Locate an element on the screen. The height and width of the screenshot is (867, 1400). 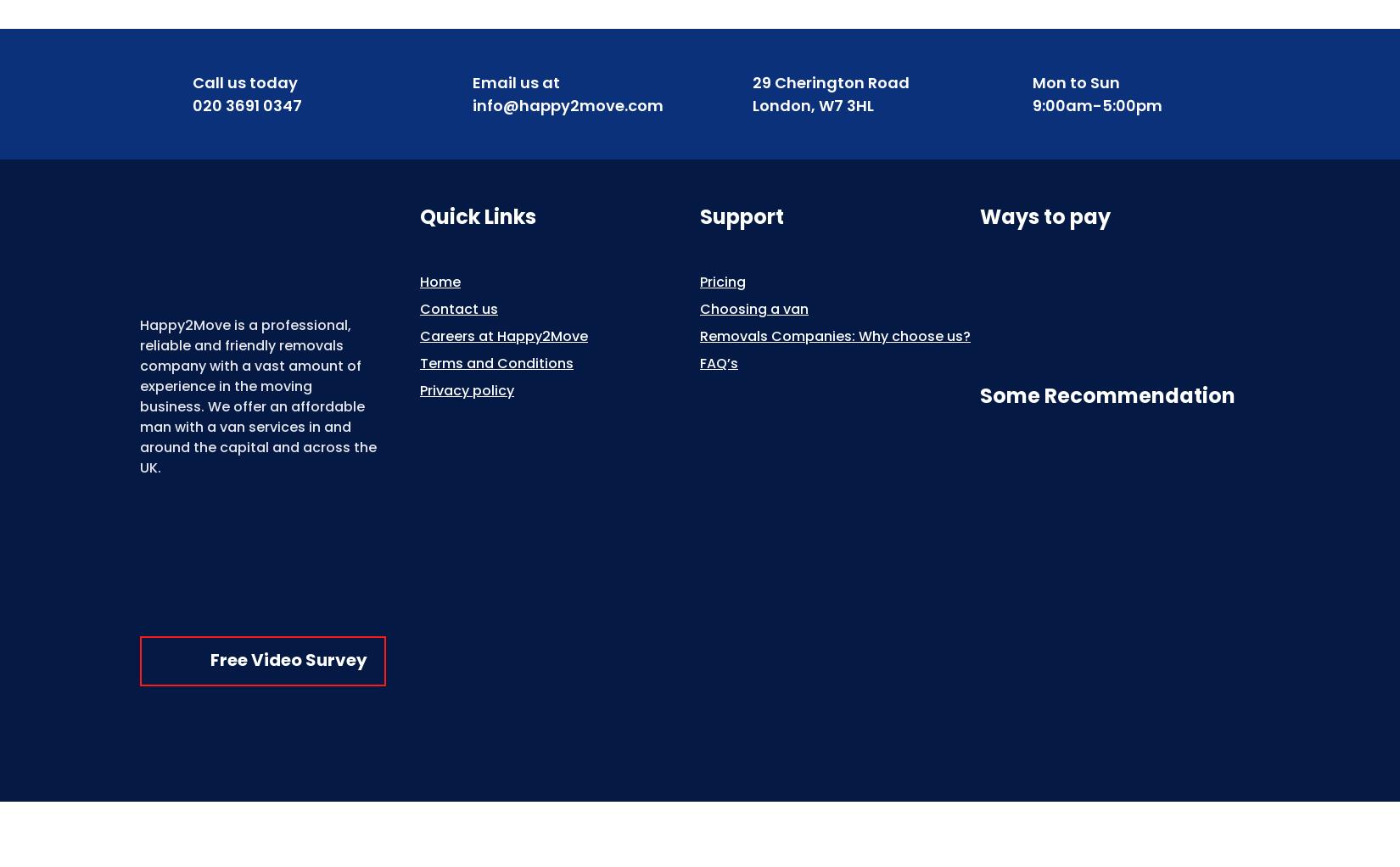
'Copyright © 2013-2023 Happy2Move . All rights reserved.' is located at coordinates (305, 836).